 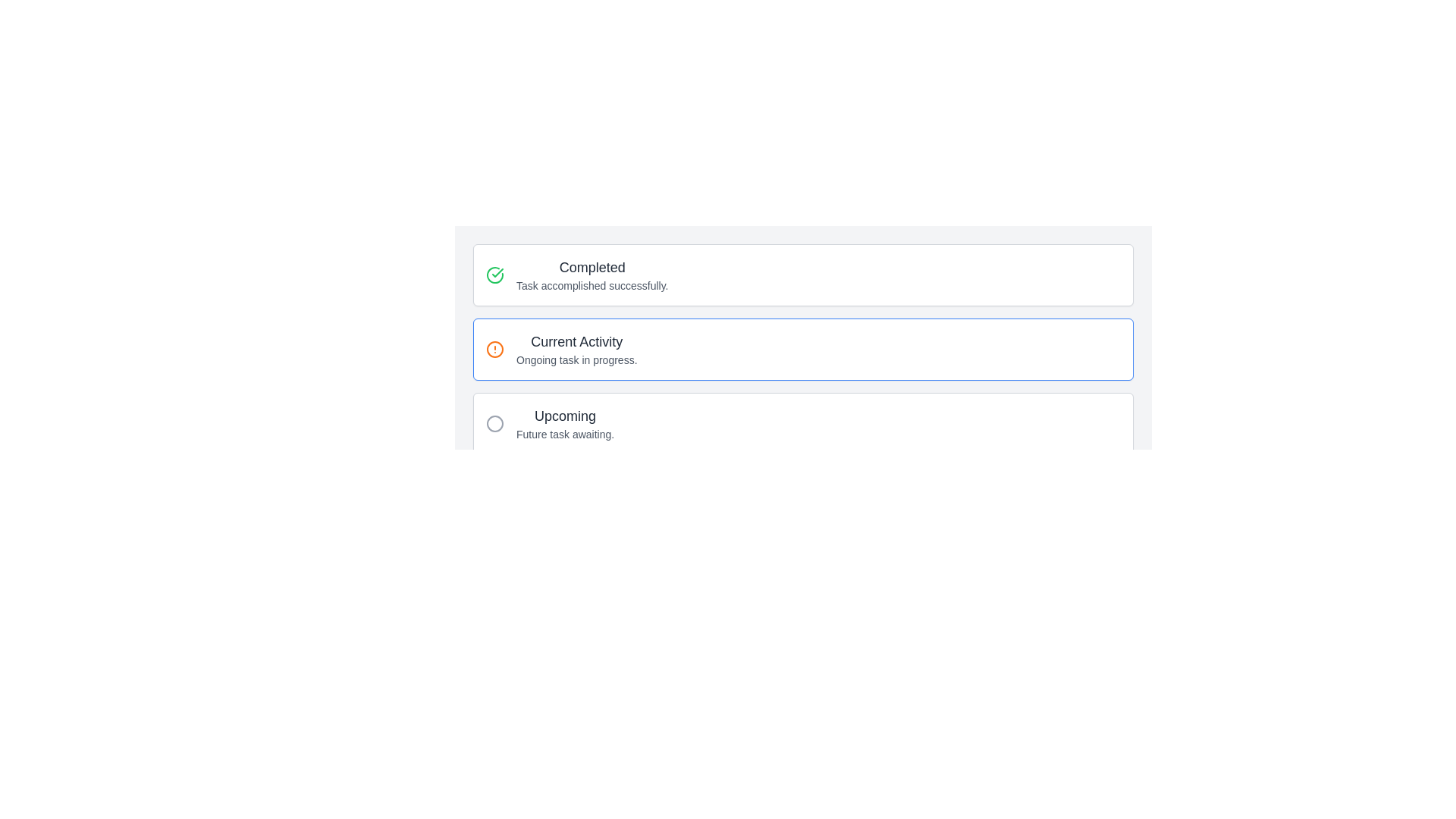 I want to click on the decorative or status icon associated with the 'Upcoming' task, located to the left of the 'Upcoming' label, so click(x=494, y=424).